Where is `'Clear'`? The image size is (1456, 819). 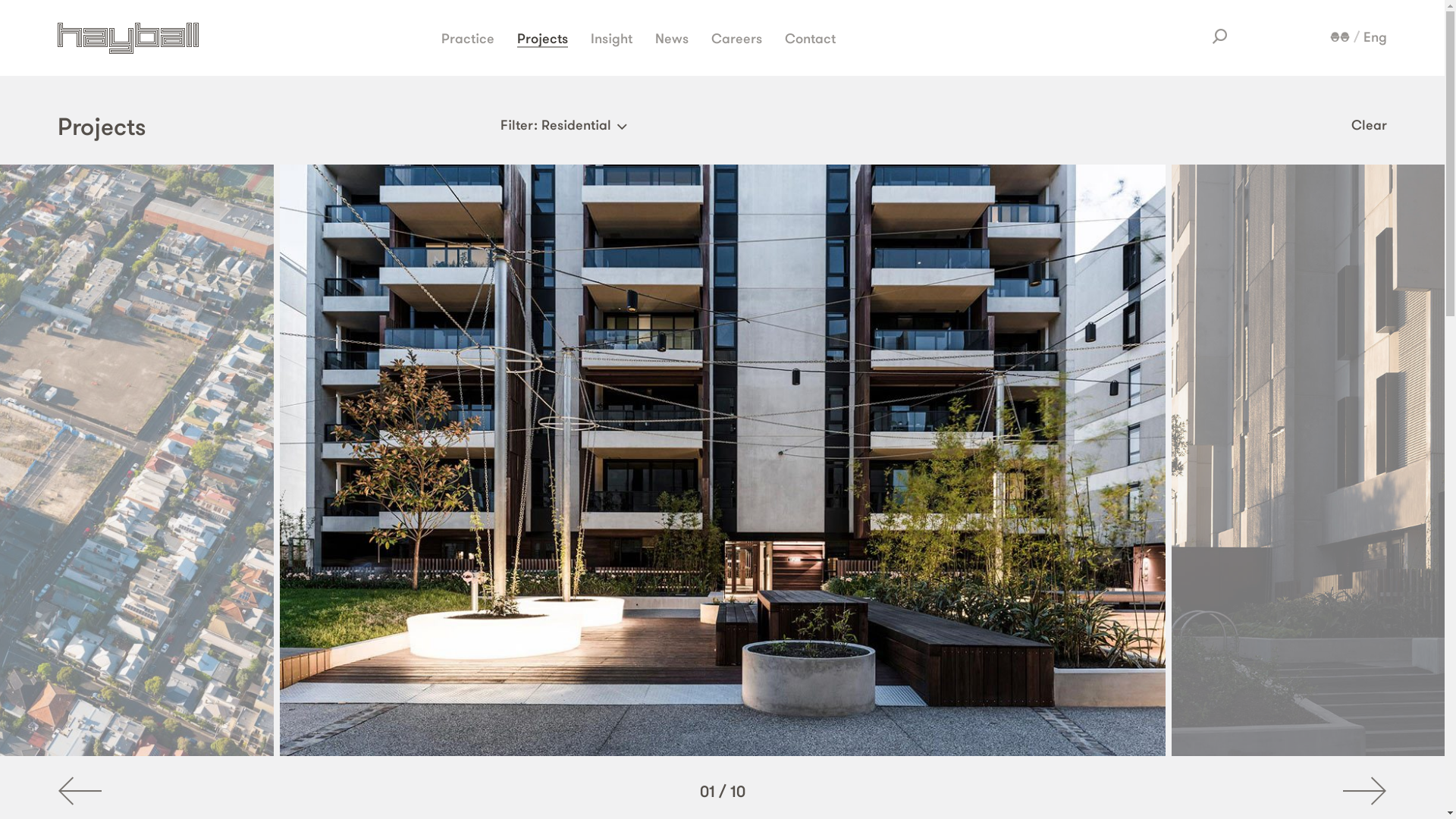
'Clear' is located at coordinates (1369, 124).